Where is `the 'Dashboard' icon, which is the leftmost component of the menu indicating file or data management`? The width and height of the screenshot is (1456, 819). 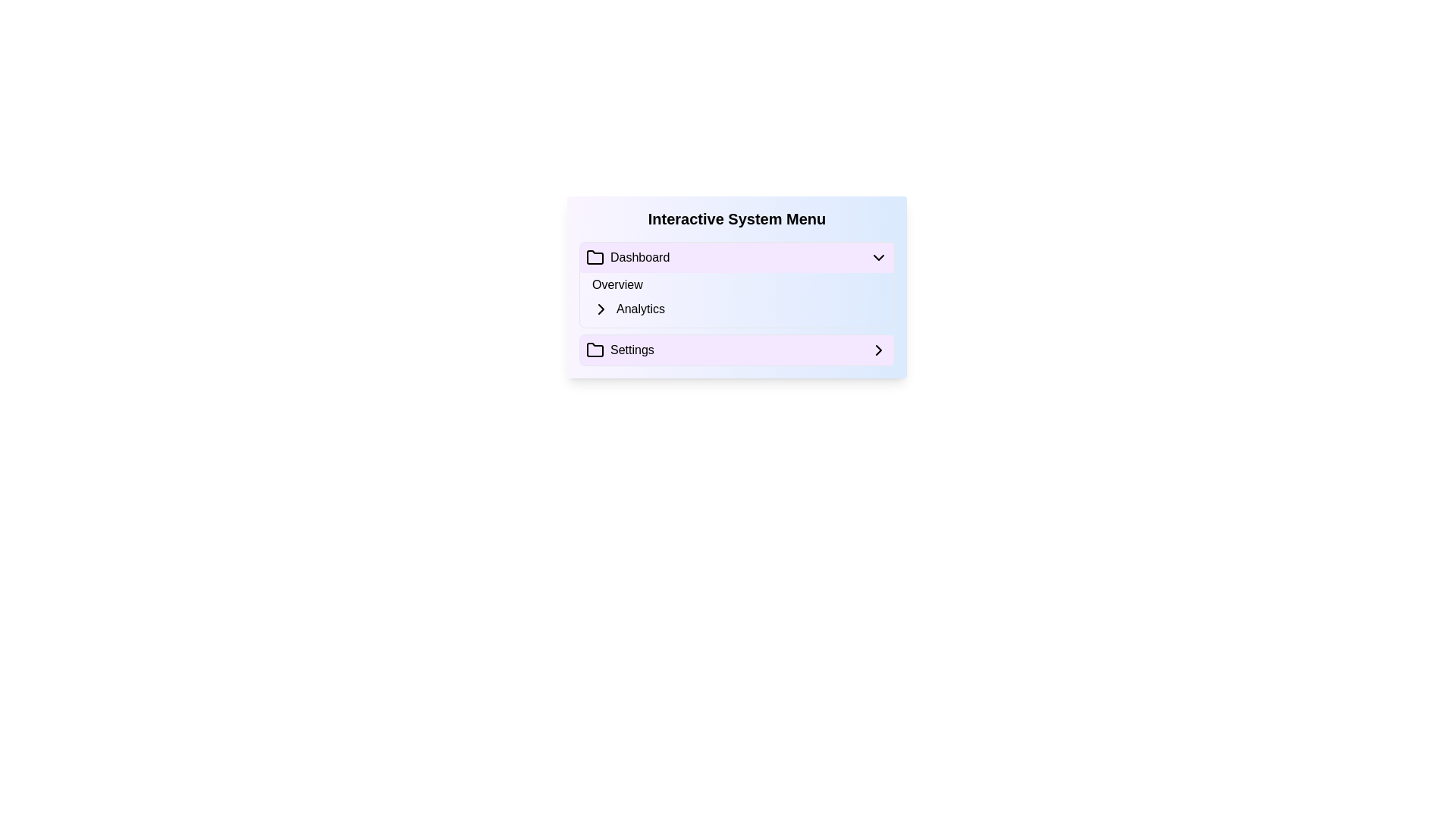 the 'Dashboard' icon, which is the leftmost component of the menu indicating file or data management is located at coordinates (595, 256).